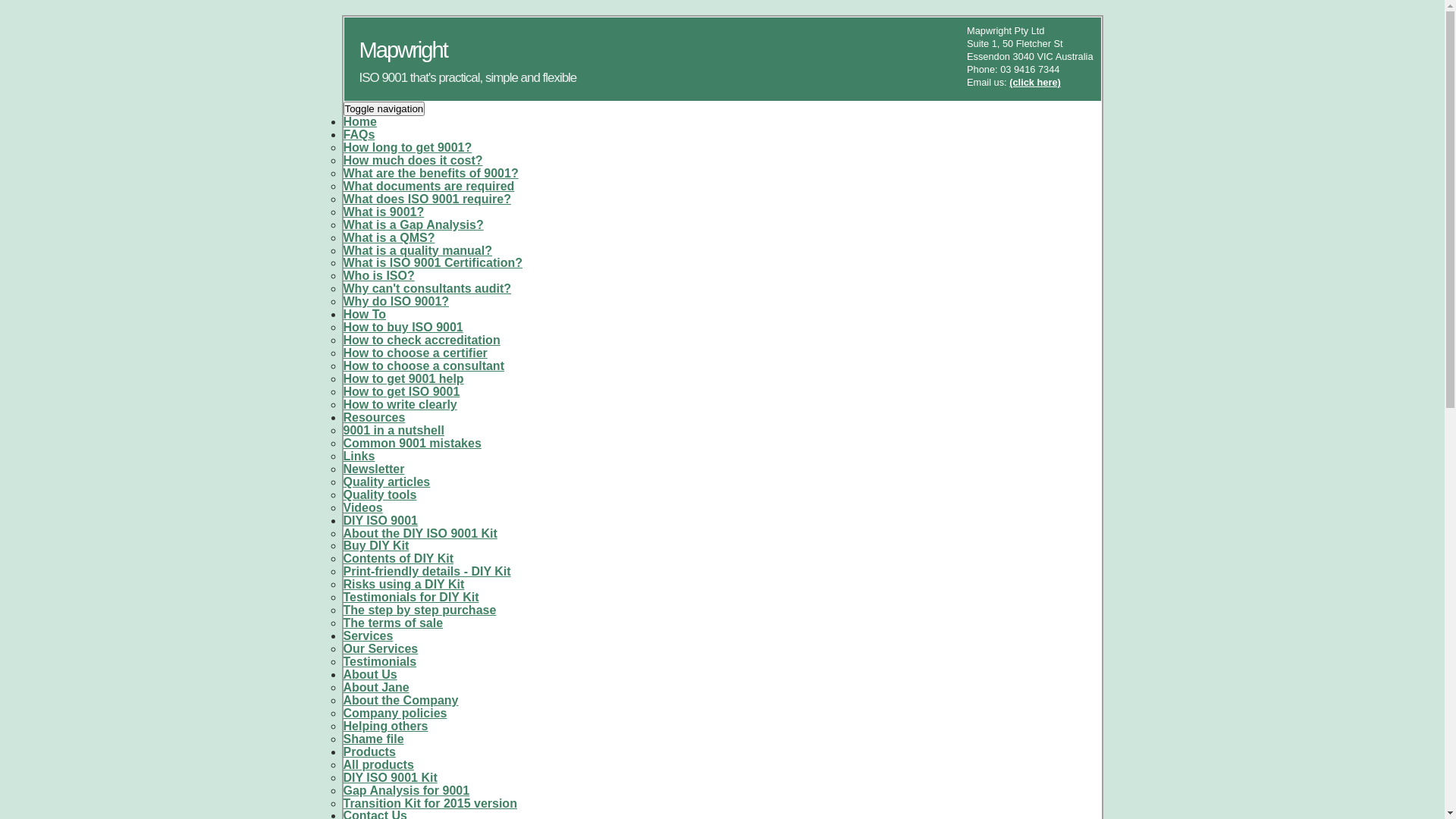 This screenshot has width=1456, height=819. I want to click on 'Videos', so click(341, 507).